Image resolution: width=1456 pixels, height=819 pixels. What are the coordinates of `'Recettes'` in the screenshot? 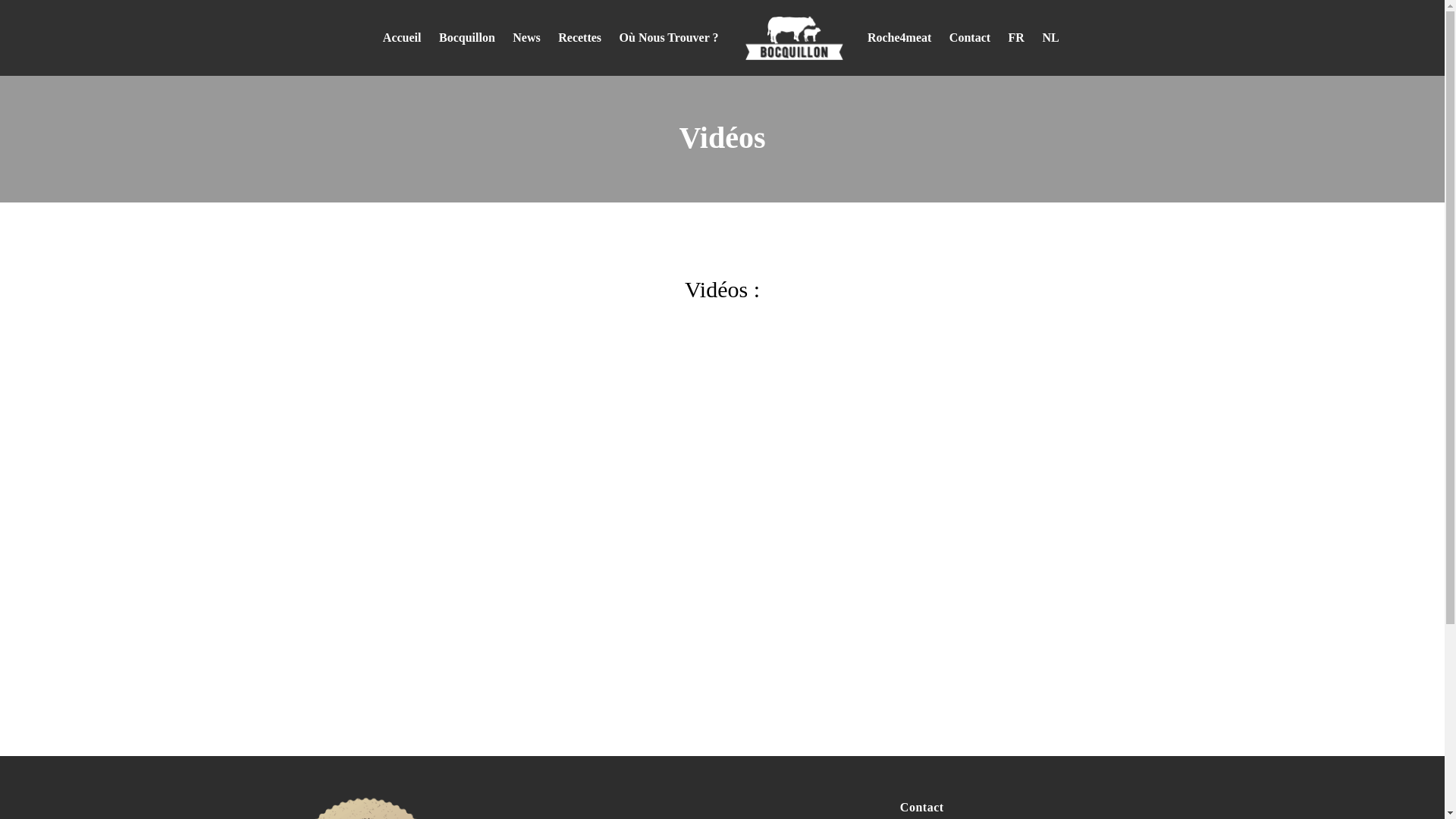 It's located at (549, 37).